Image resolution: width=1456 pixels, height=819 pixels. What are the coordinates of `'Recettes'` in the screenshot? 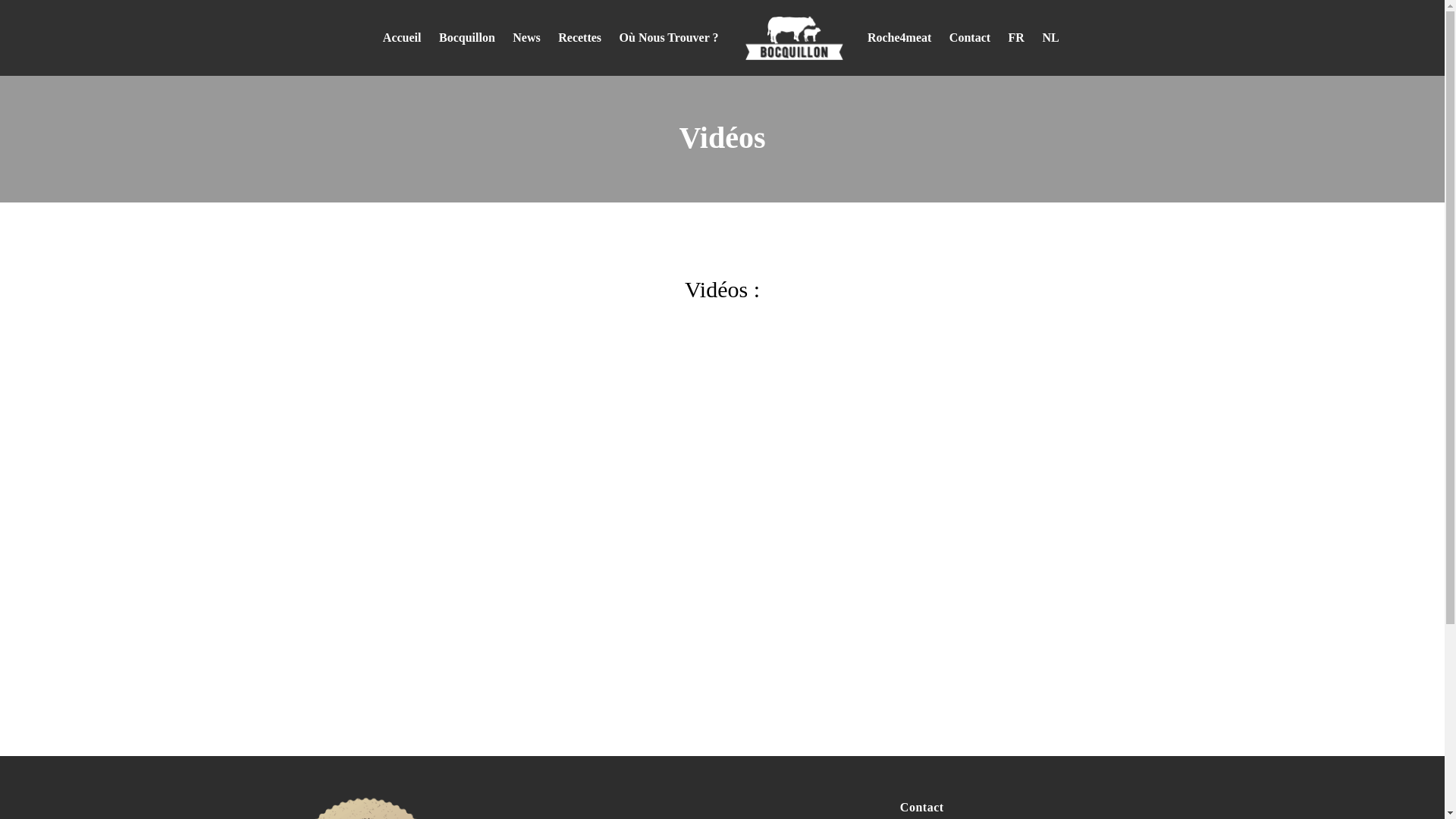 It's located at (549, 37).